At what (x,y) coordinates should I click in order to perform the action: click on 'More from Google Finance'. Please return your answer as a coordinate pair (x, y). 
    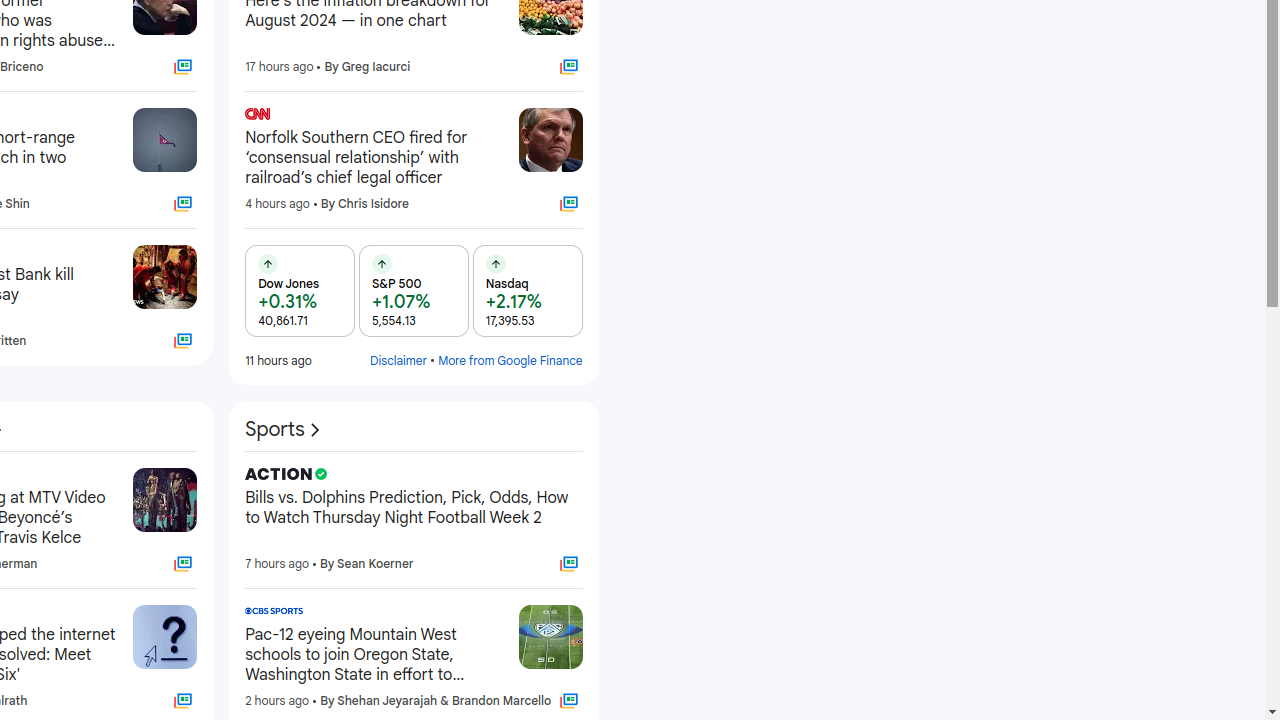
    Looking at the image, I should click on (510, 360).